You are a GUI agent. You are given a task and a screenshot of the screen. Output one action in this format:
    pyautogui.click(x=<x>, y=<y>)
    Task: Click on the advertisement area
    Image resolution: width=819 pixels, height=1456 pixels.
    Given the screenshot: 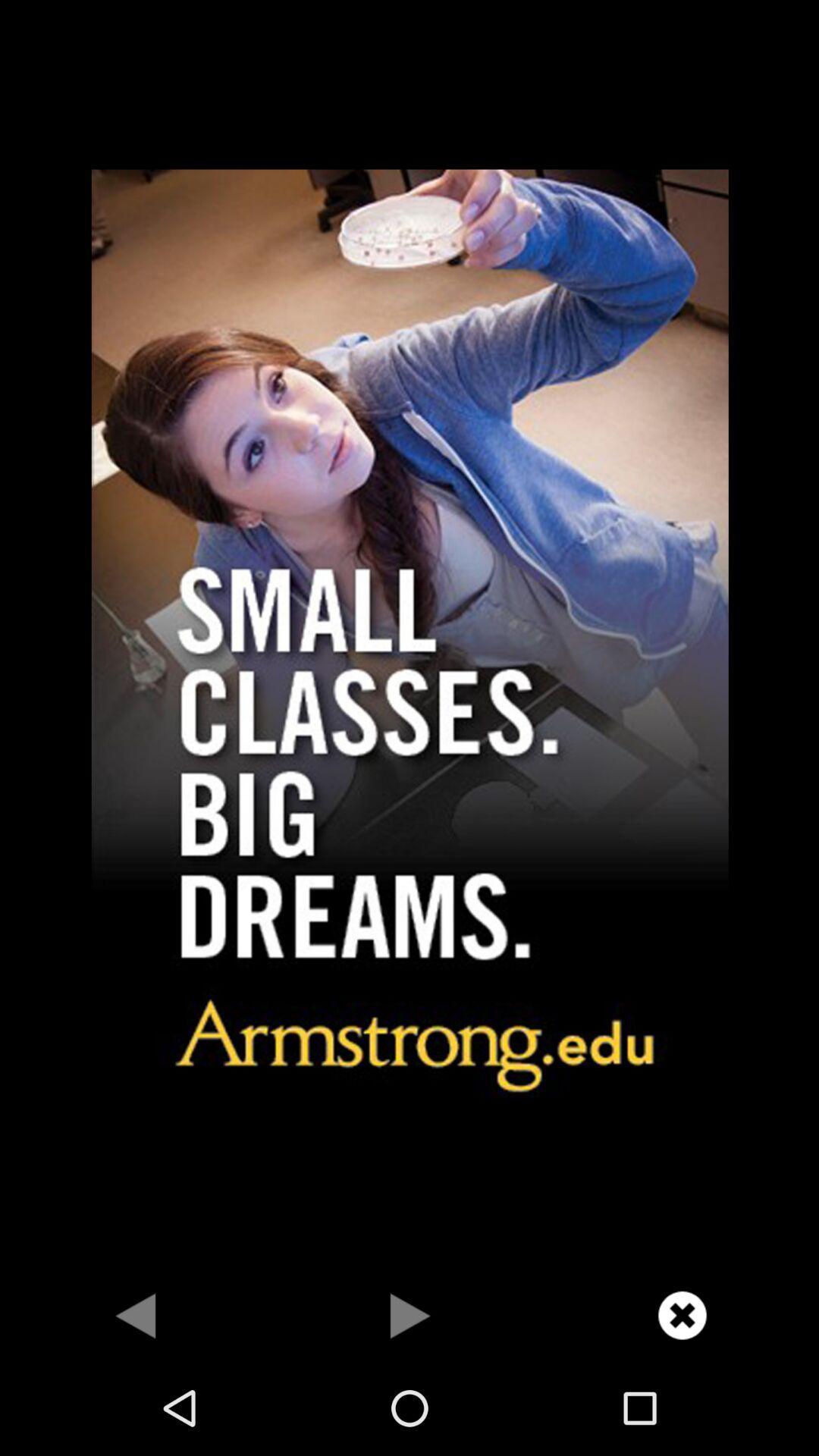 What is the action you would take?
    pyautogui.click(x=409, y=635)
    